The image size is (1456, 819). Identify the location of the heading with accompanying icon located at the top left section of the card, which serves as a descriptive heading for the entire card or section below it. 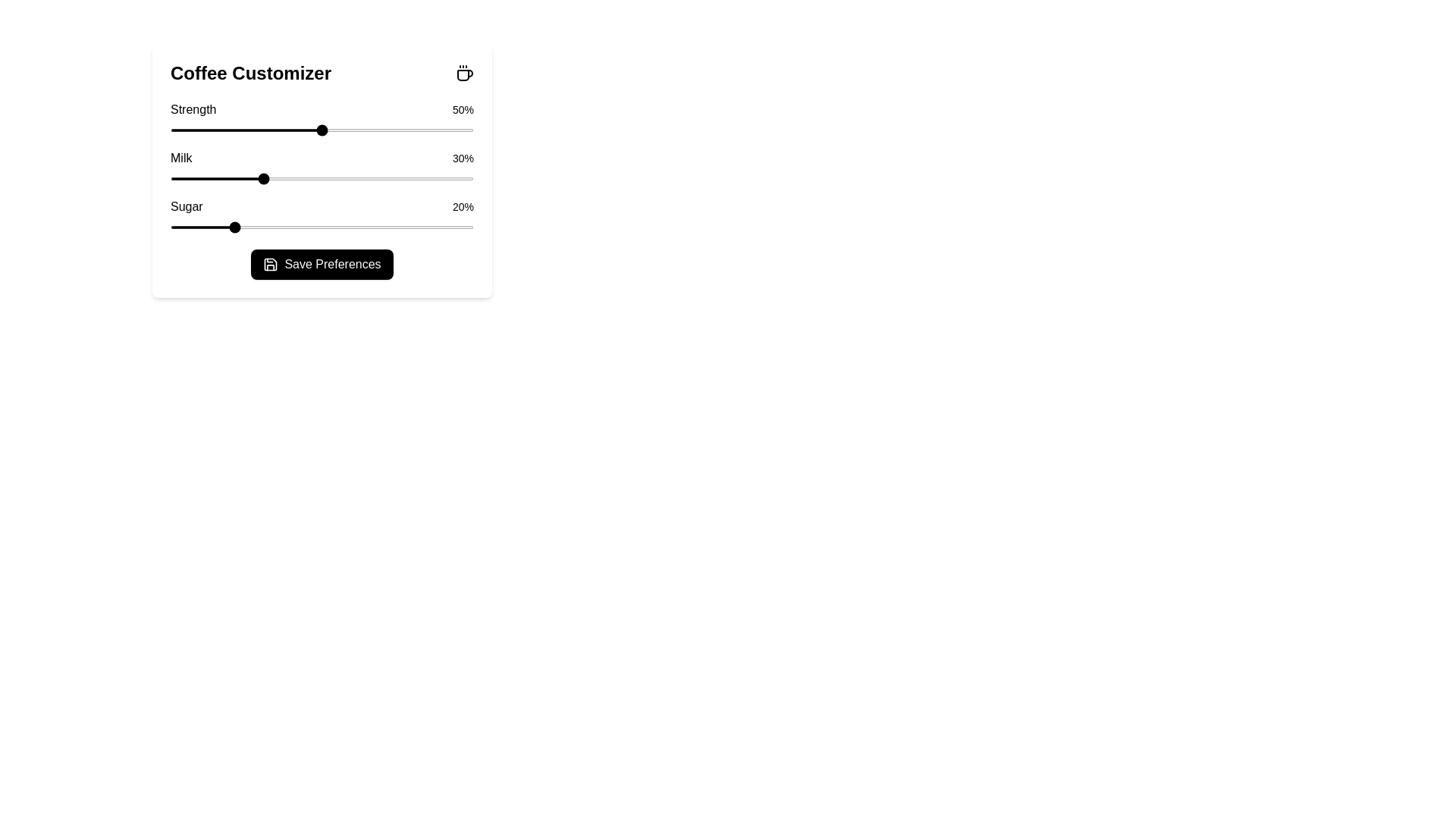
(322, 73).